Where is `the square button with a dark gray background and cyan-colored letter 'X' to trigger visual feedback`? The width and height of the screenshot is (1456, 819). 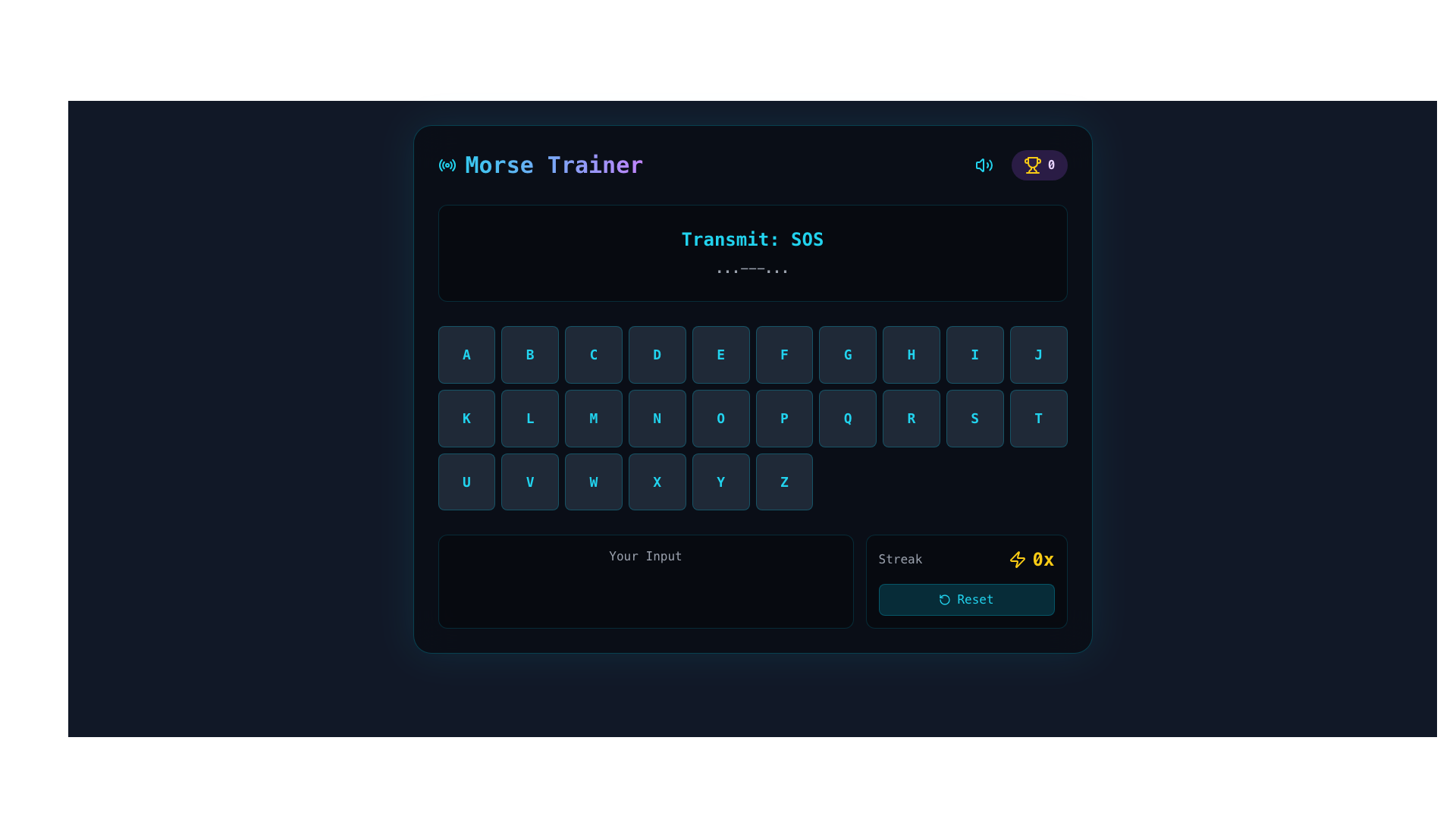 the square button with a dark gray background and cyan-colored letter 'X' to trigger visual feedback is located at coordinates (657, 482).